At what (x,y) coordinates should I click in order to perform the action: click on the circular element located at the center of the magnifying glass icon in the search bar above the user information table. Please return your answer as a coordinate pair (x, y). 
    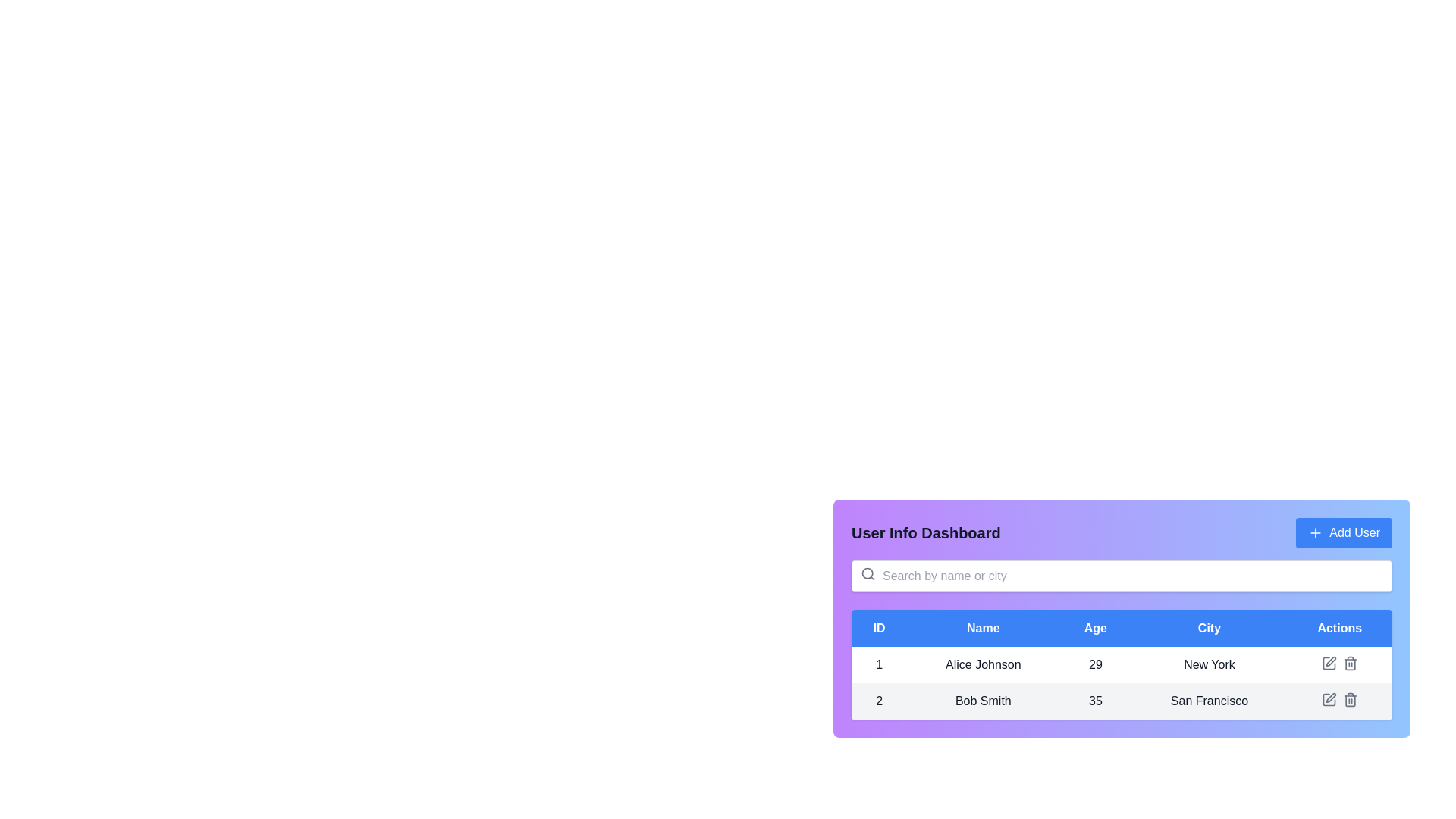
    Looking at the image, I should click on (868, 573).